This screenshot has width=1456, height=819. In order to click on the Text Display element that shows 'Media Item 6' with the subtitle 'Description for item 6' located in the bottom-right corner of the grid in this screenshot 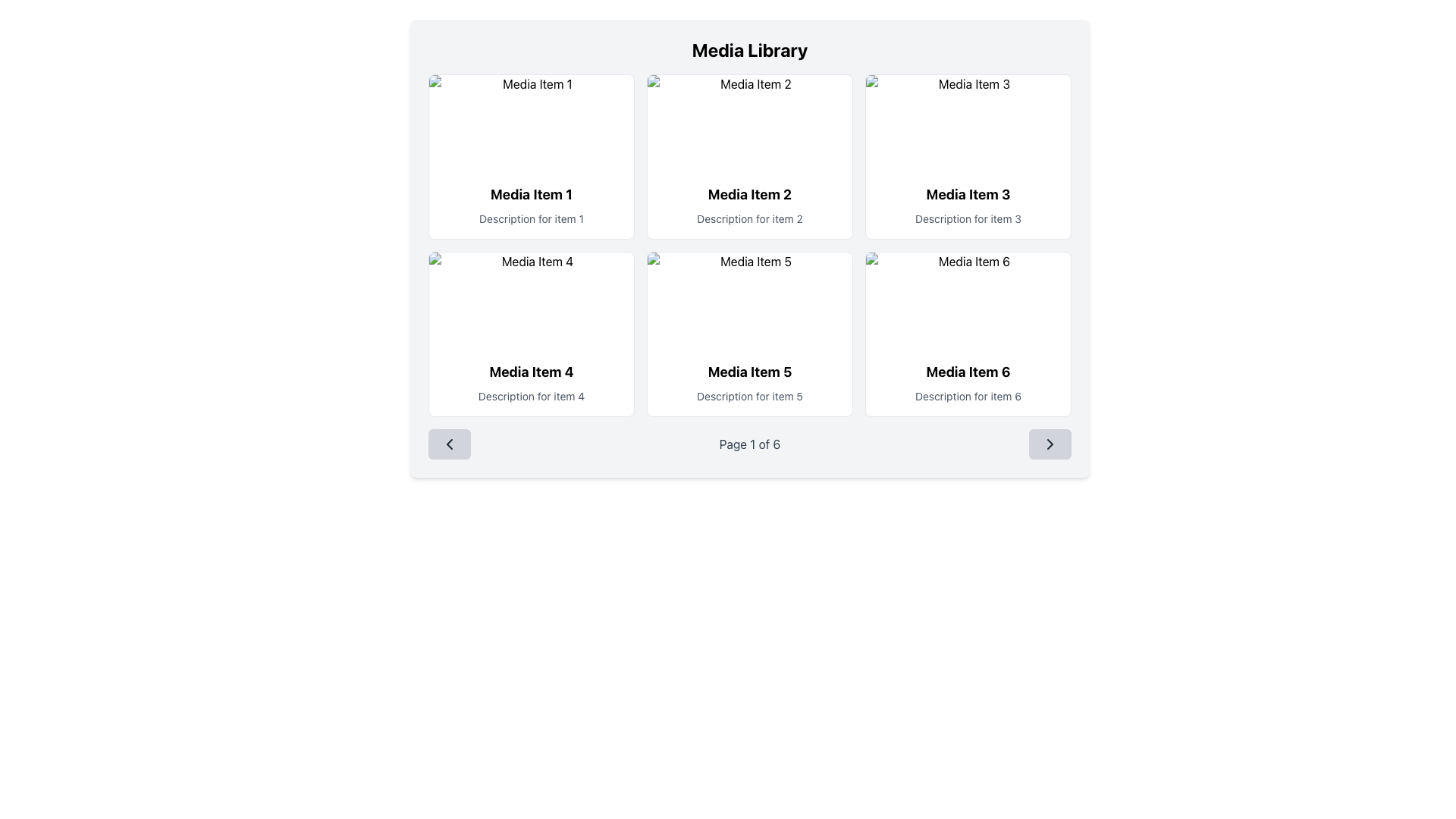, I will do `click(967, 382)`.